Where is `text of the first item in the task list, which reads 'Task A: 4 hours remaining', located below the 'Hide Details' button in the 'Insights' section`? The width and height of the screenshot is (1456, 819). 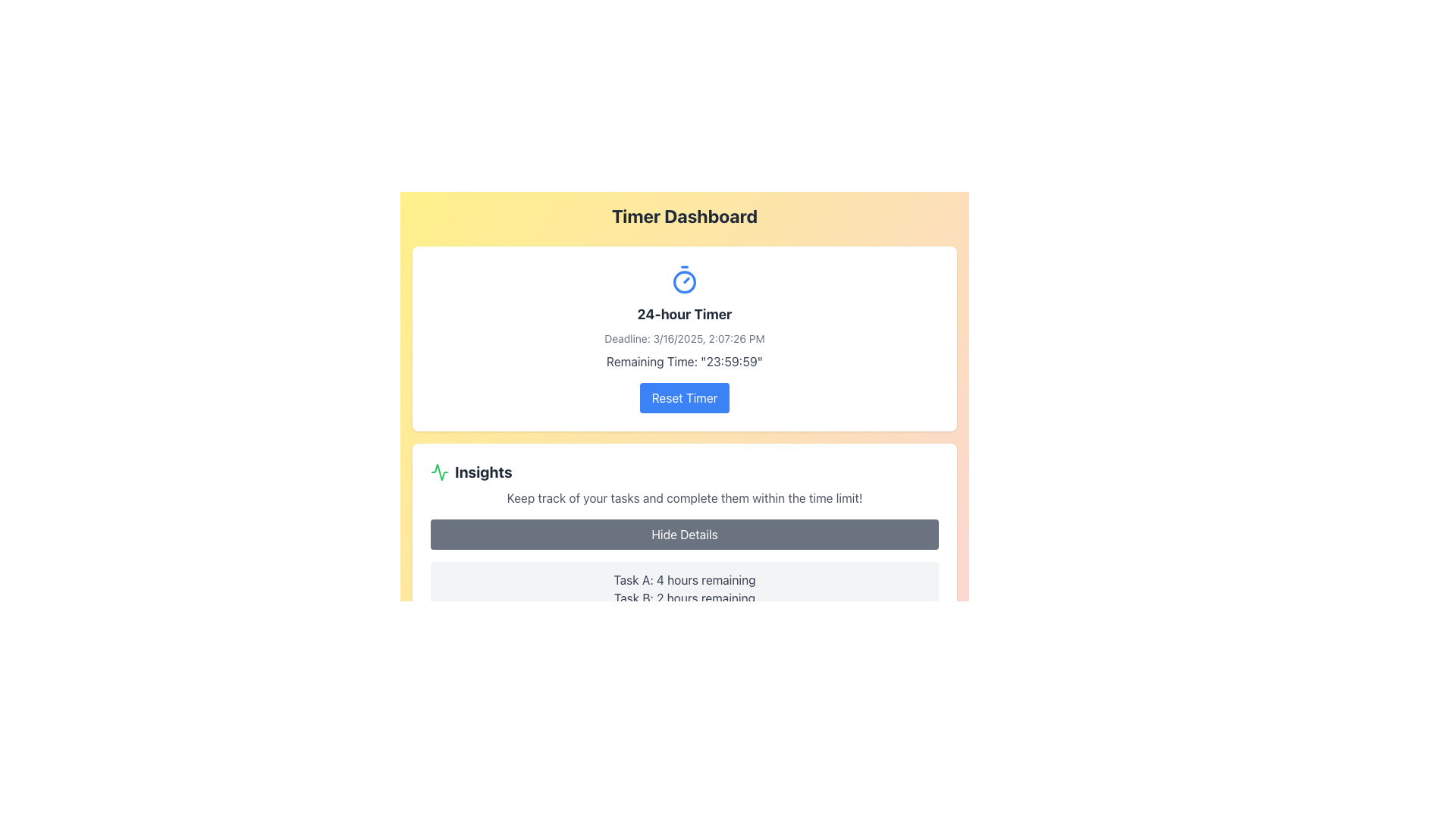 text of the first item in the task list, which reads 'Task A: 4 hours remaining', located below the 'Hide Details' button in the 'Insights' section is located at coordinates (683, 579).